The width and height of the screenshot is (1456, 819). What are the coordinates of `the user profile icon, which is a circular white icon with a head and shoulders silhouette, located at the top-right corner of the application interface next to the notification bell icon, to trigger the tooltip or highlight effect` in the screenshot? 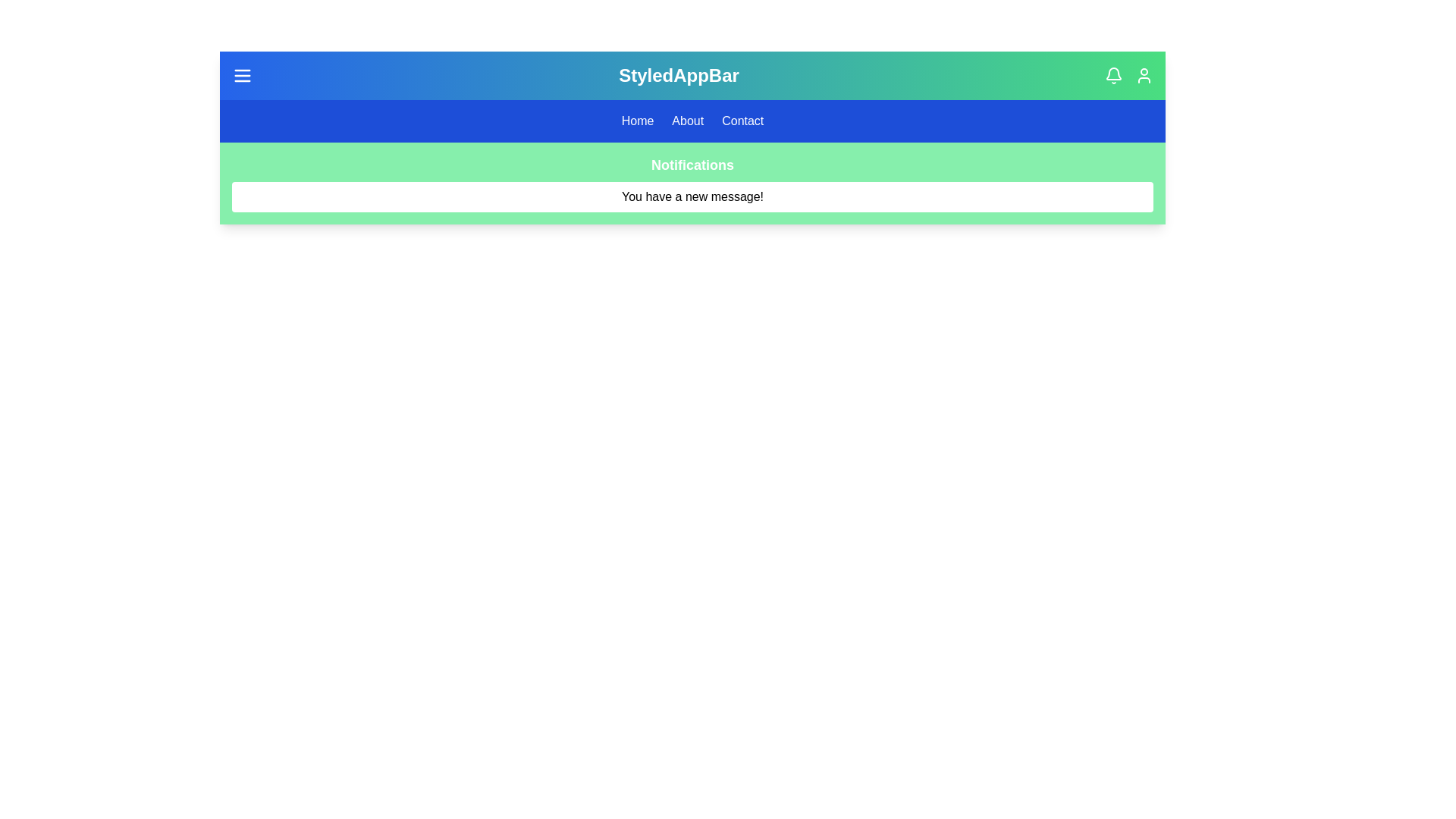 It's located at (1144, 76).